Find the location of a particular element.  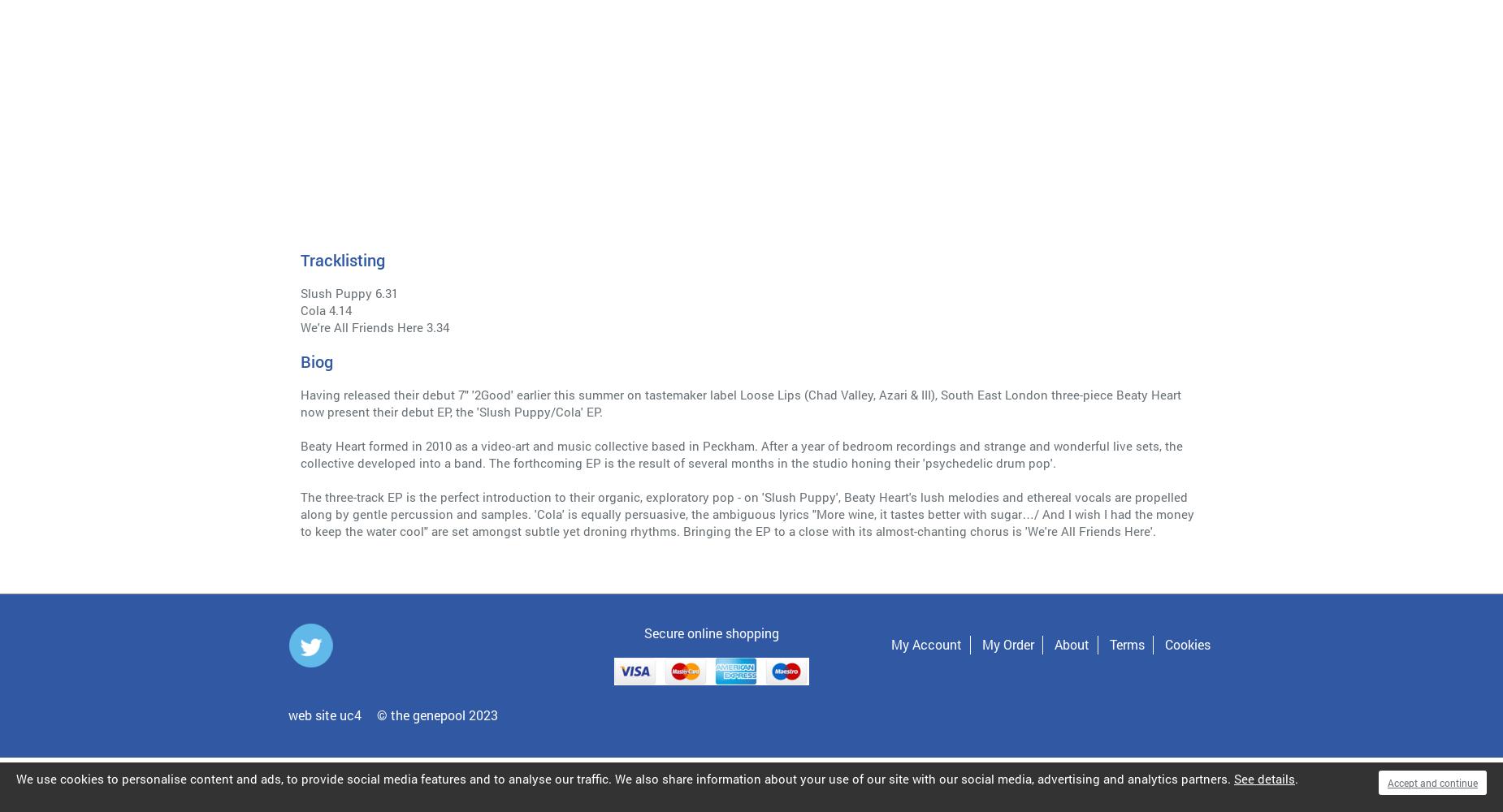

'We're All Friends Here 3.34' is located at coordinates (374, 327).